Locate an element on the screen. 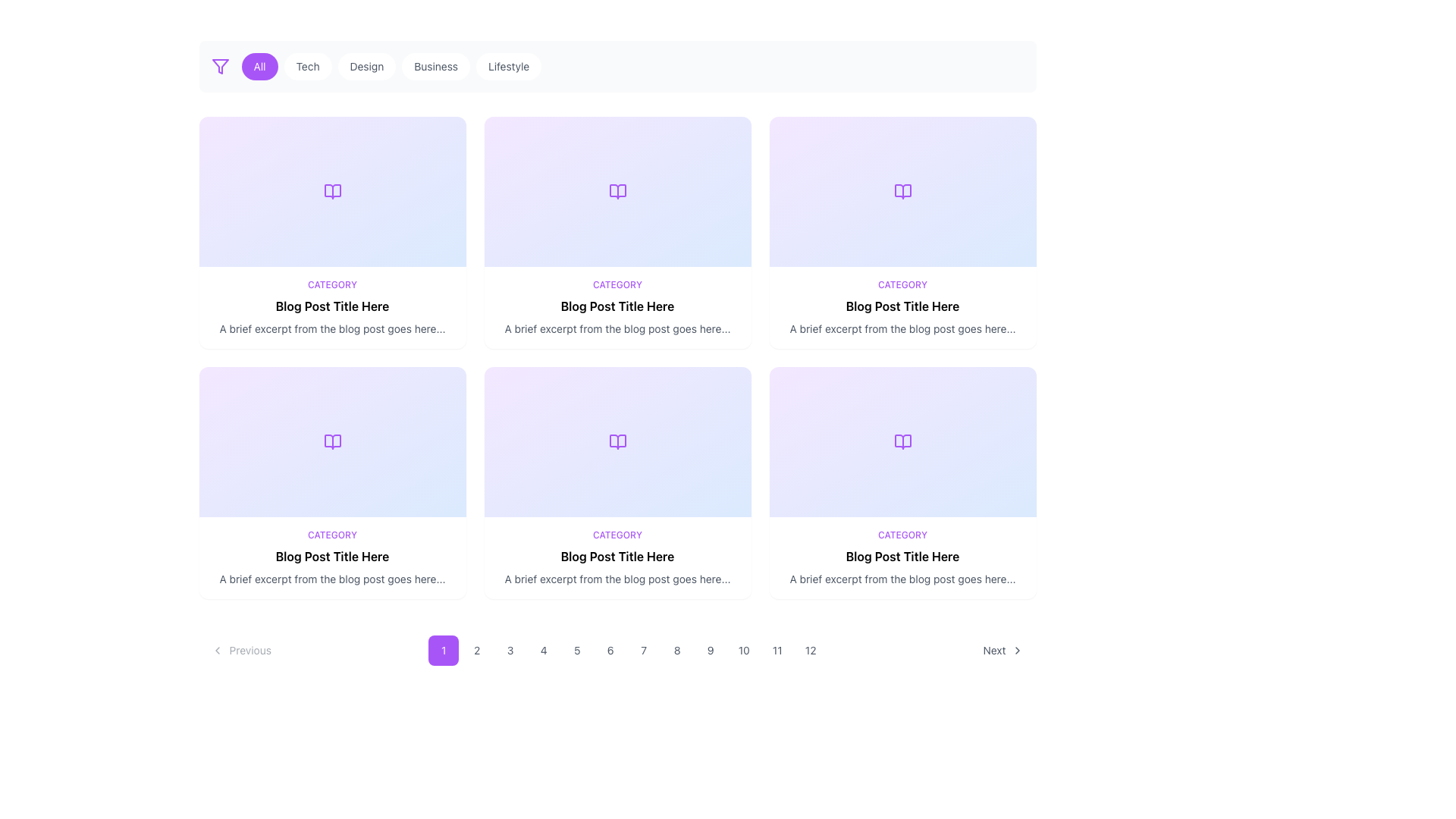  text from the text block that provides information about the blog post, located in the second card from the left in the second row of the grid layout is located at coordinates (617, 307).